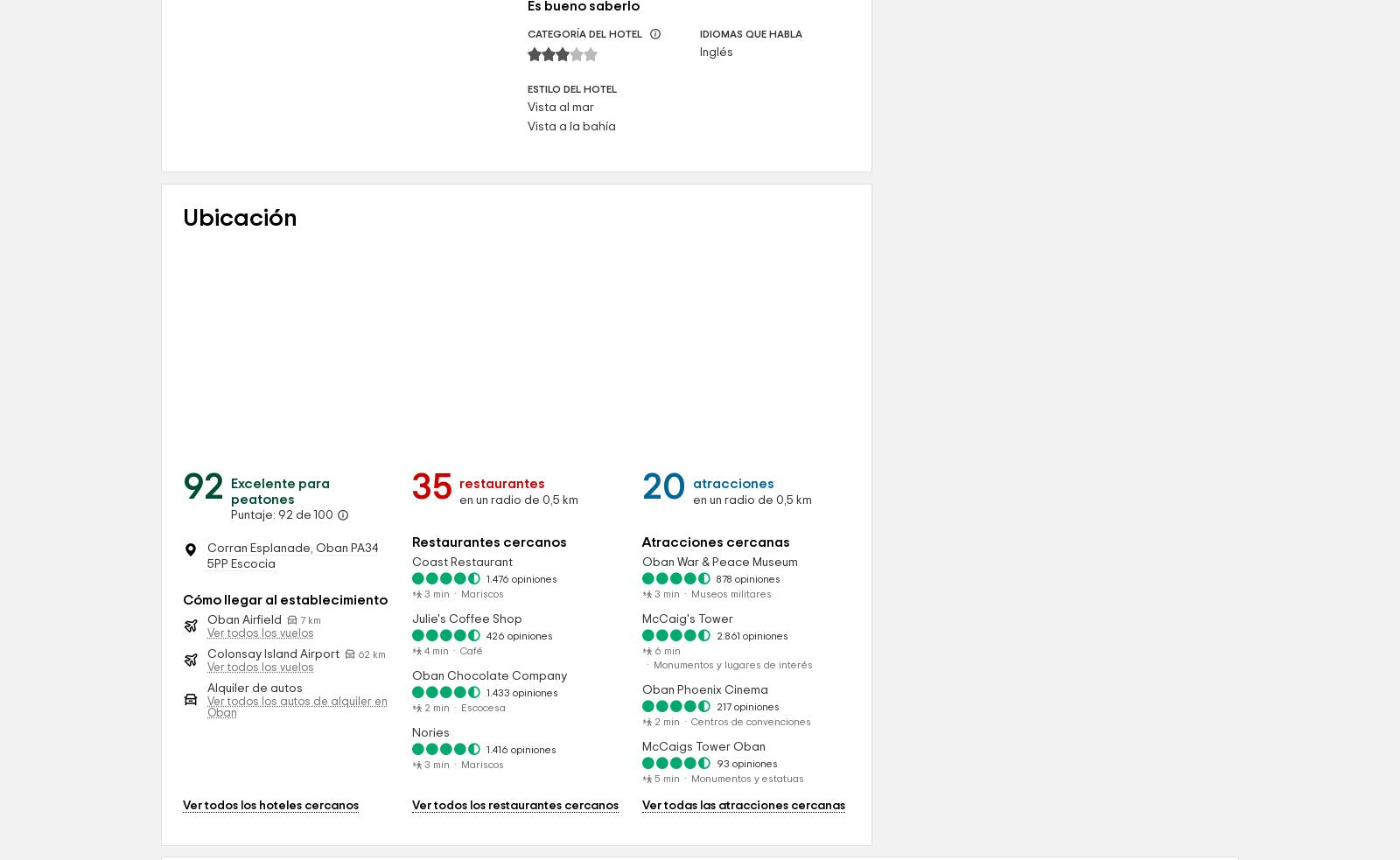 Image resolution: width=1400 pixels, height=860 pixels. I want to click on '62', so click(356, 804).